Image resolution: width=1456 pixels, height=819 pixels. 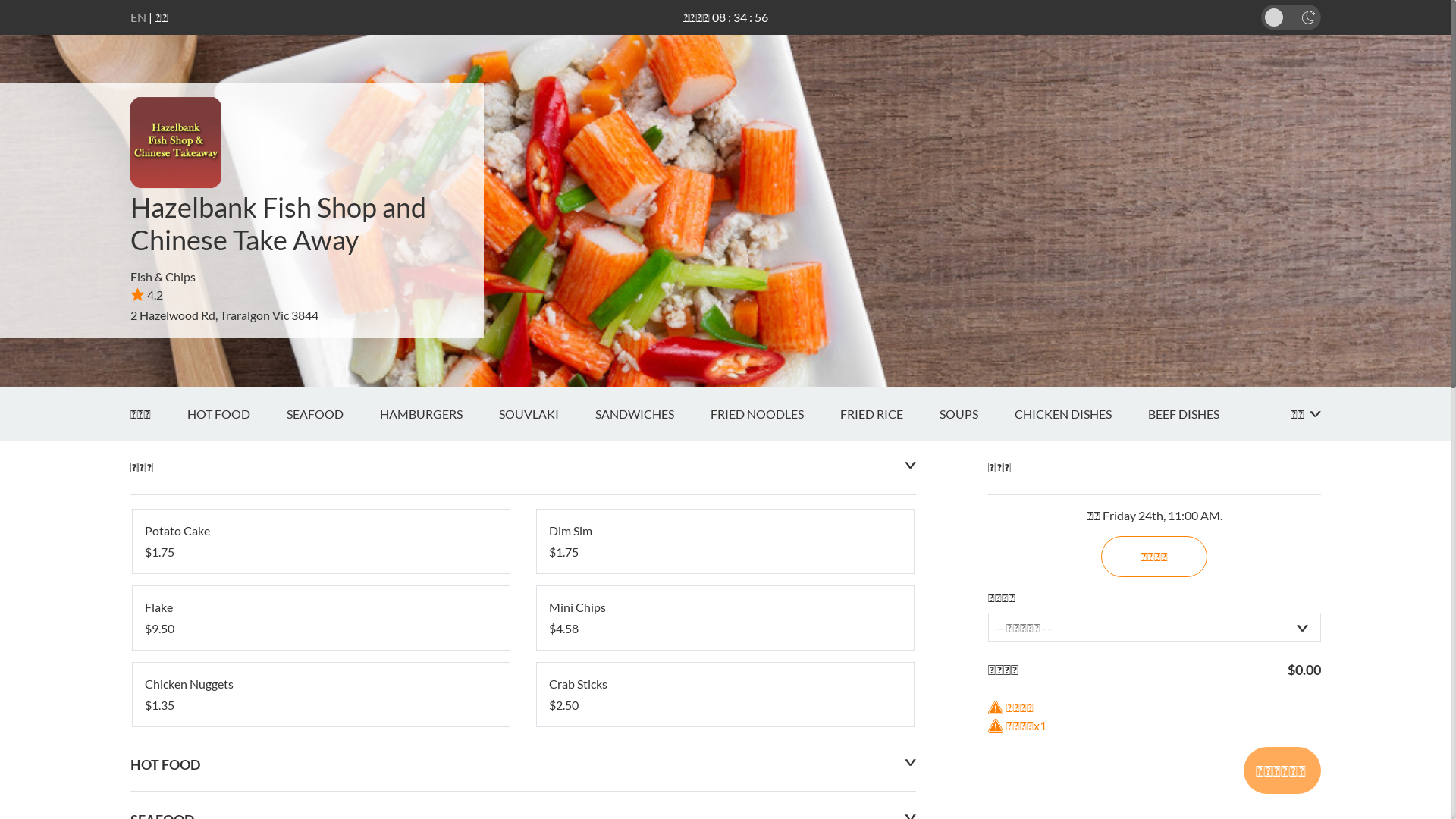 What do you see at coordinates (319, 694) in the screenshot?
I see `'Chicken Nuggets` at bounding box center [319, 694].